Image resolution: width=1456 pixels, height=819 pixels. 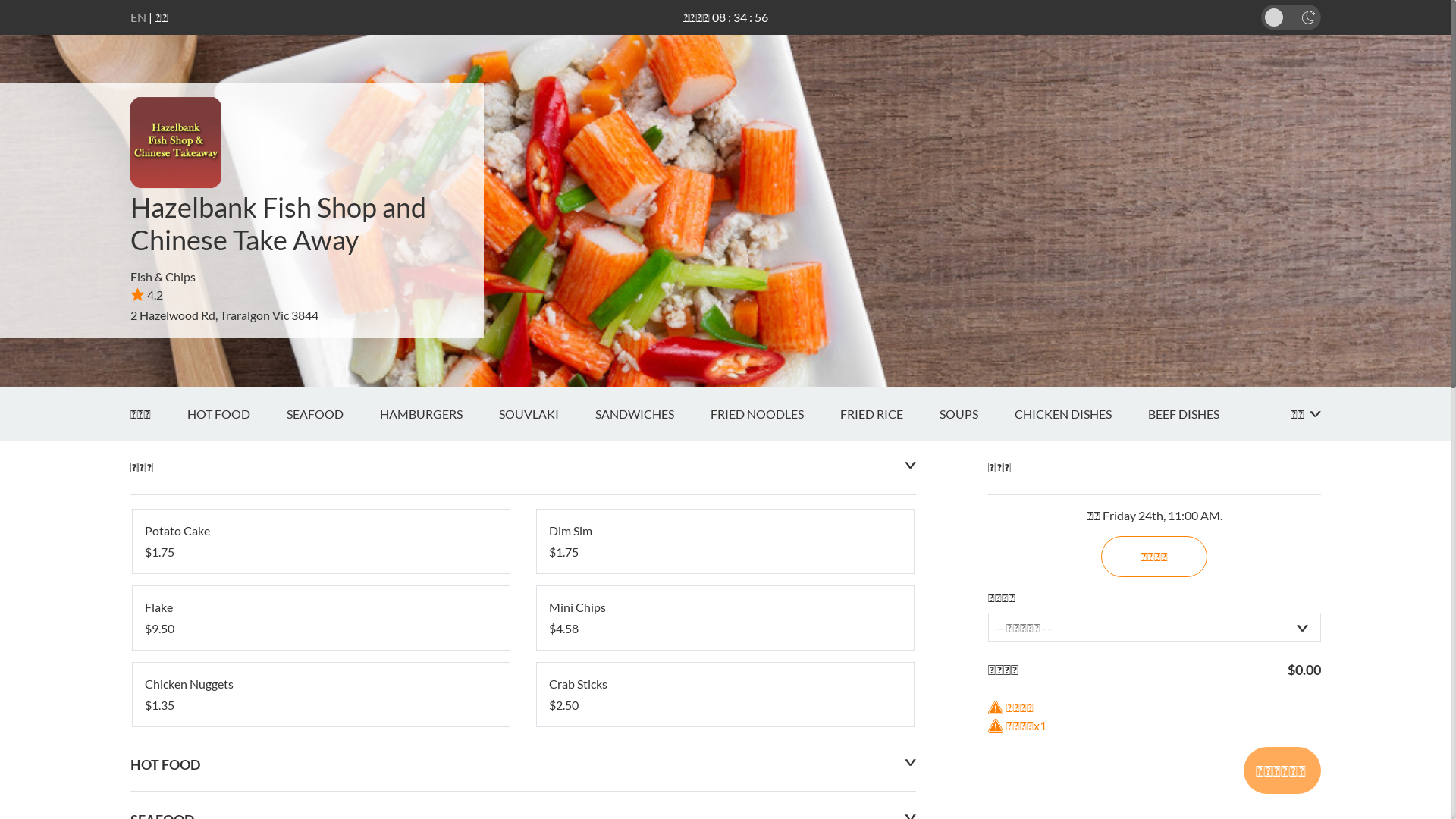 What do you see at coordinates (319, 694) in the screenshot?
I see `'Chicken Nuggets` at bounding box center [319, 694].